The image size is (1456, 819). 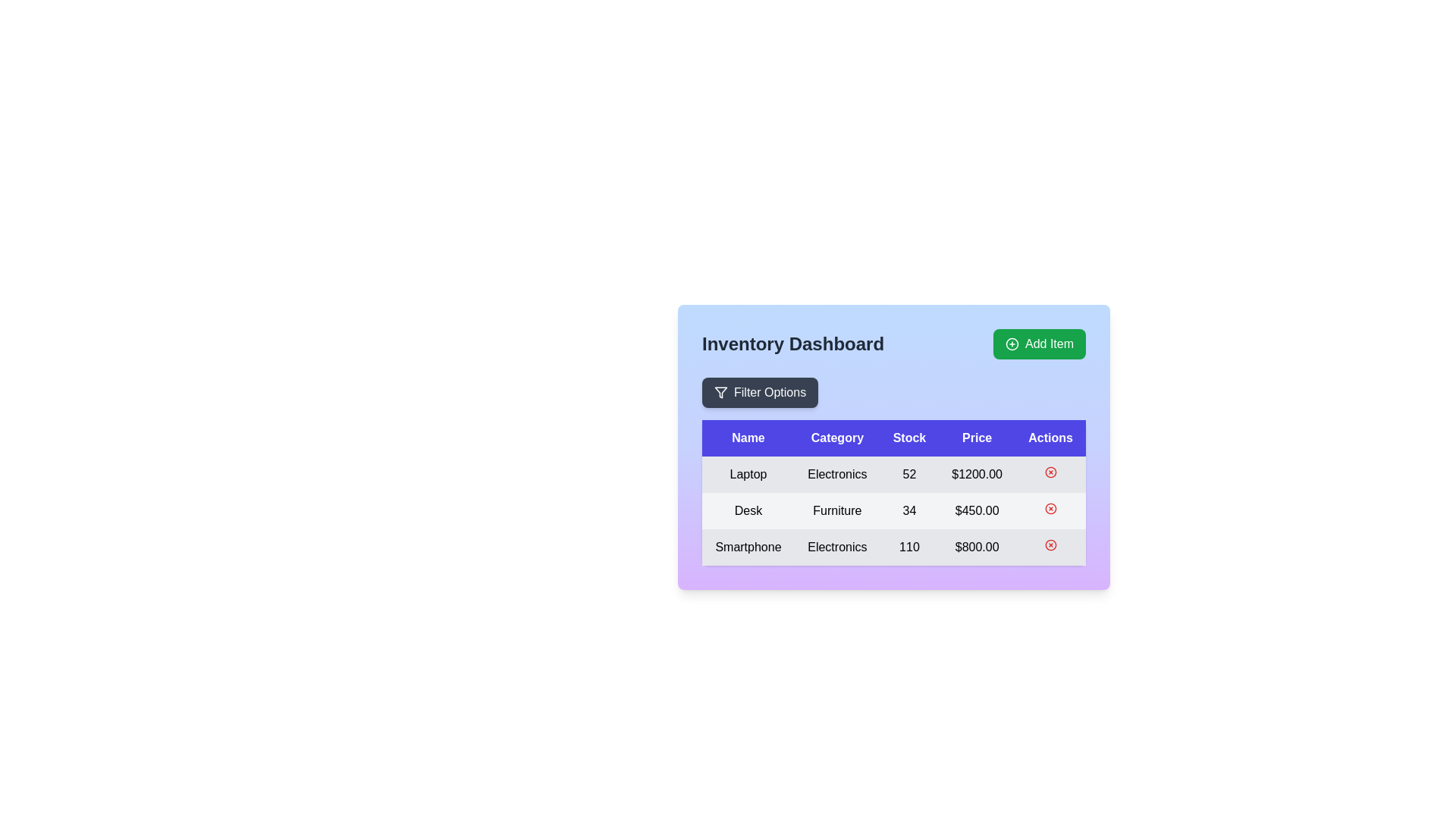 What do you see at coordinates (909, 511) in the screenshot?
I see `the text displaying the stock count ('34') for the 'Desk' item located in the 'Stock' column of the inventory table` at bounding box center [909, 511].